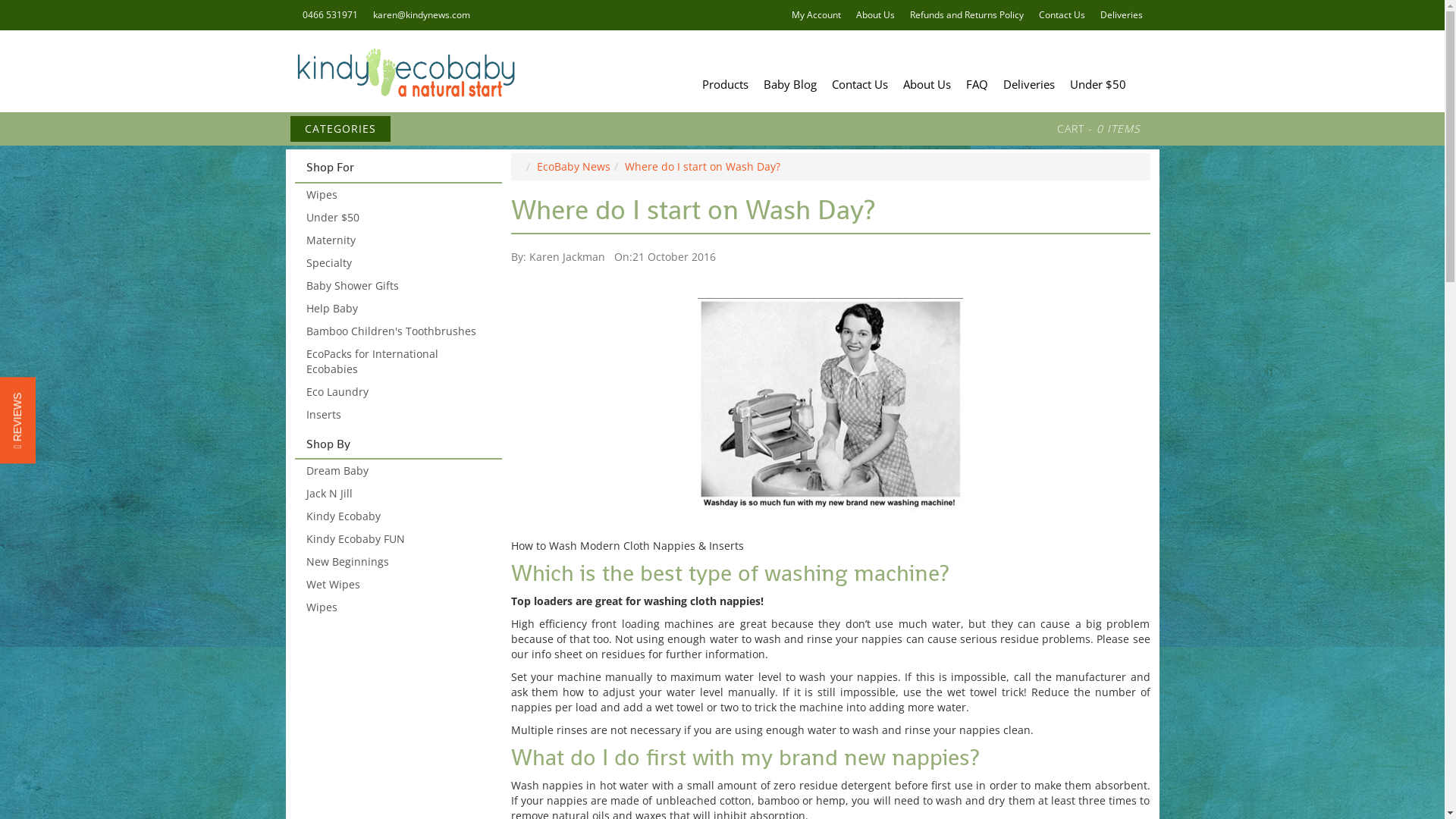 This screenshot has width=1456, height=819. Describe the element at coordinates (1121, 14) in the screenshot. I see `'Deliveries'` at that location.